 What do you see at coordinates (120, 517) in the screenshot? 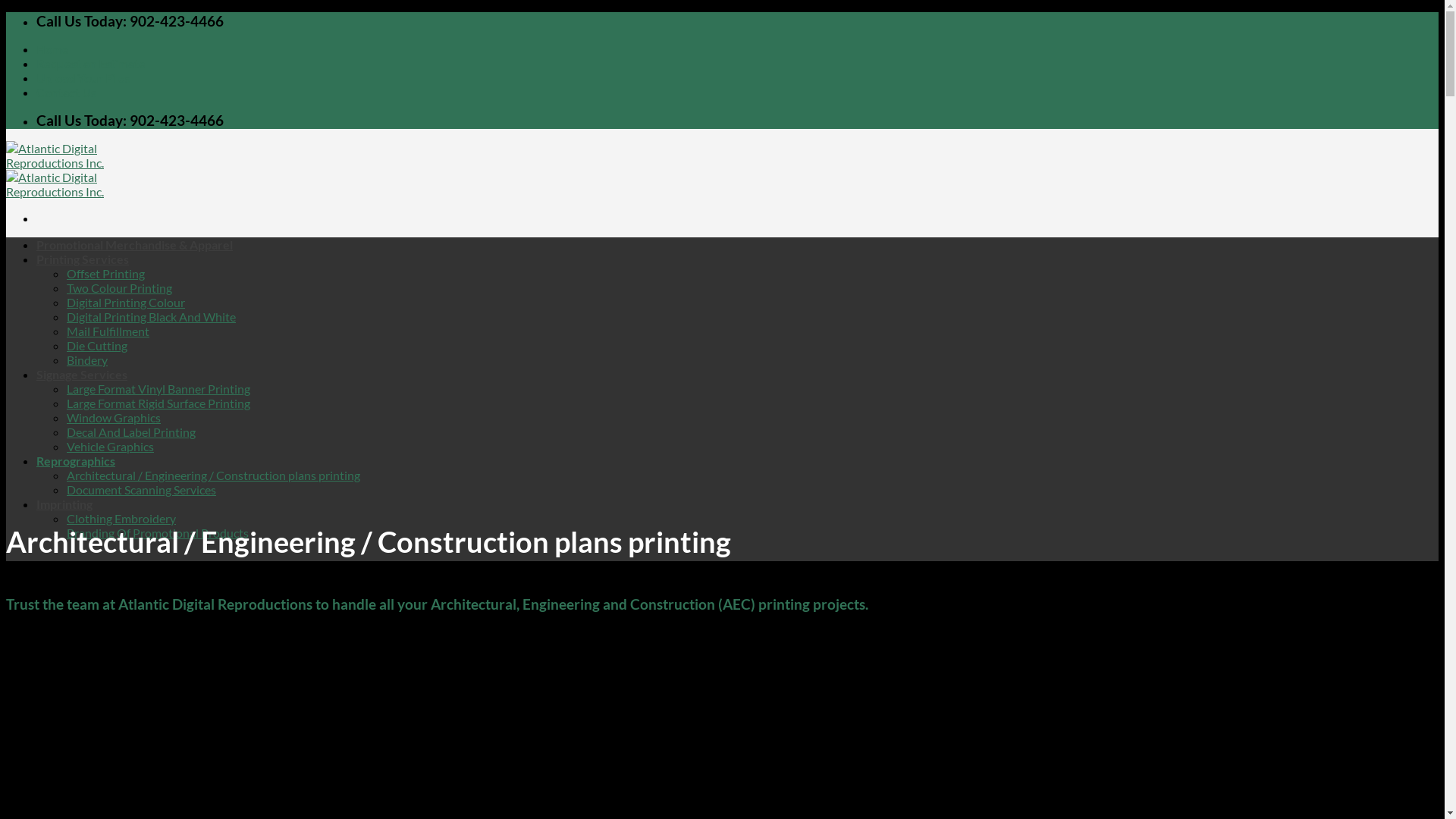
I see `'Clothing Embroidery'` at bounding box center [120, 517].